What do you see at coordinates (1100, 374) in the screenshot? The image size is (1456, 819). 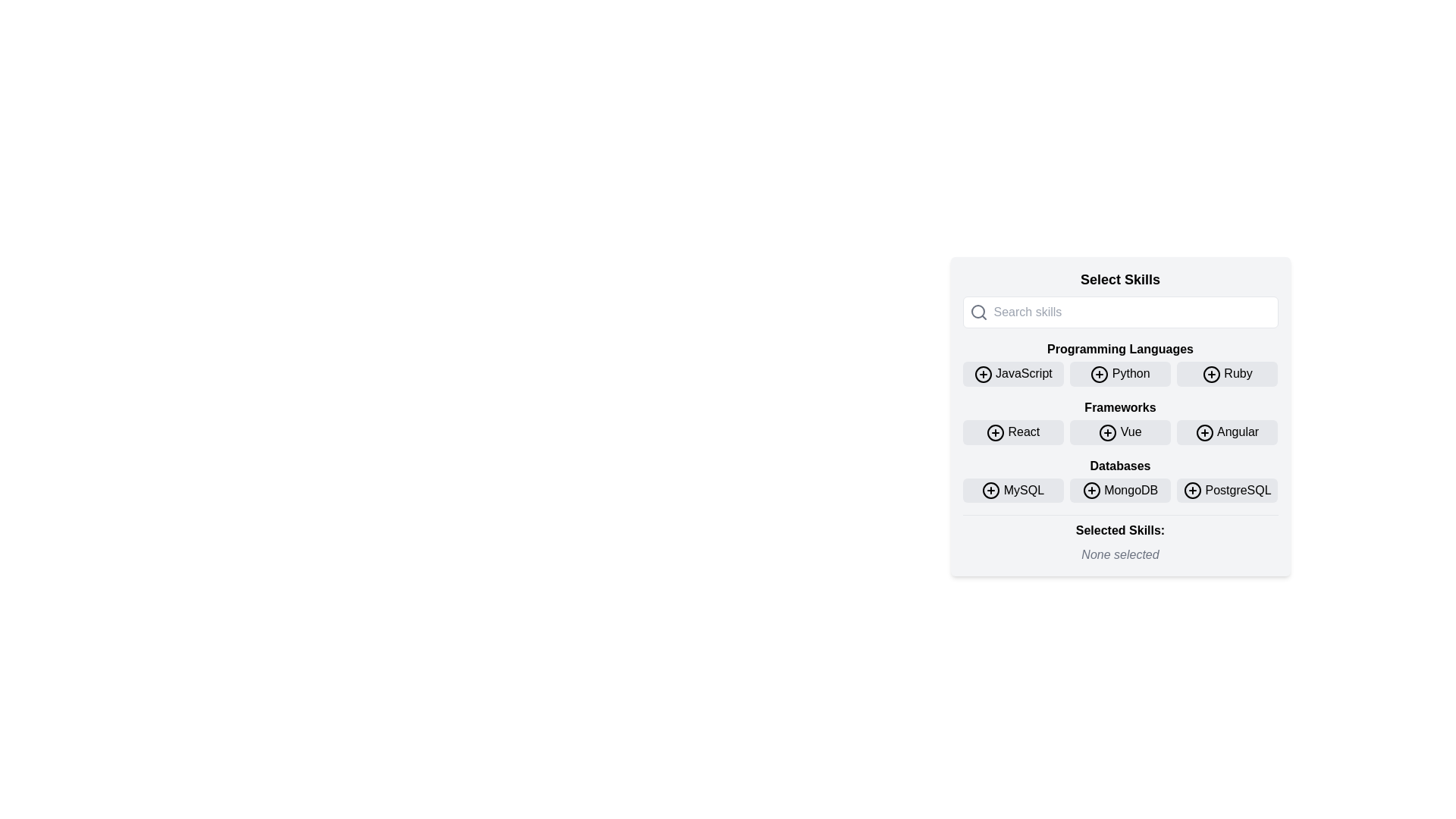 I see `the circular icon button with a plus symbol inside it, located to the left of the 'Python' text in the 'Programming Languages' section of the 'Select Skills' interface` at bounding box center [1100, 374].